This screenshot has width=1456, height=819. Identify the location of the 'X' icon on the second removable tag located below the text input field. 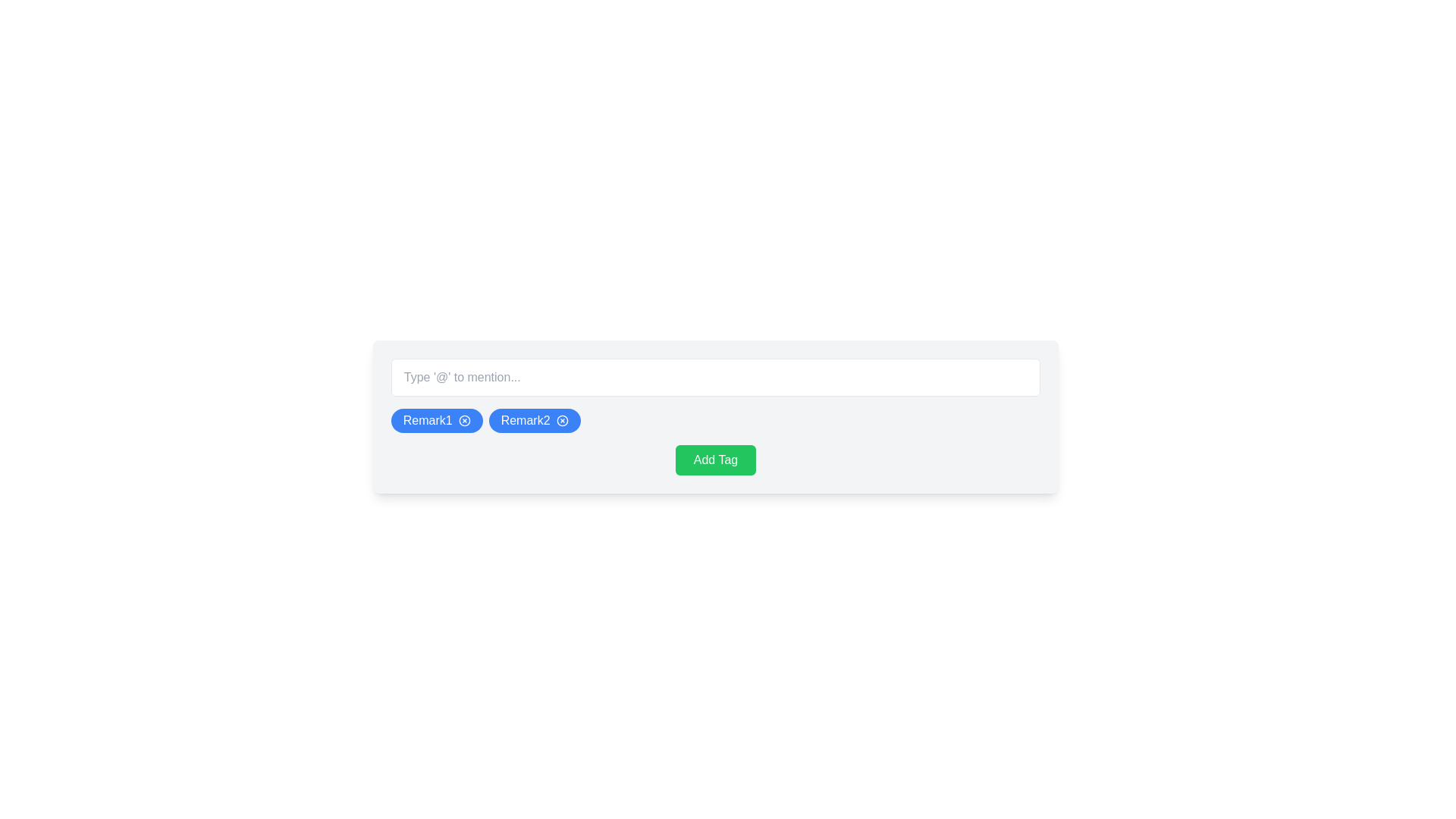
(535, 421).